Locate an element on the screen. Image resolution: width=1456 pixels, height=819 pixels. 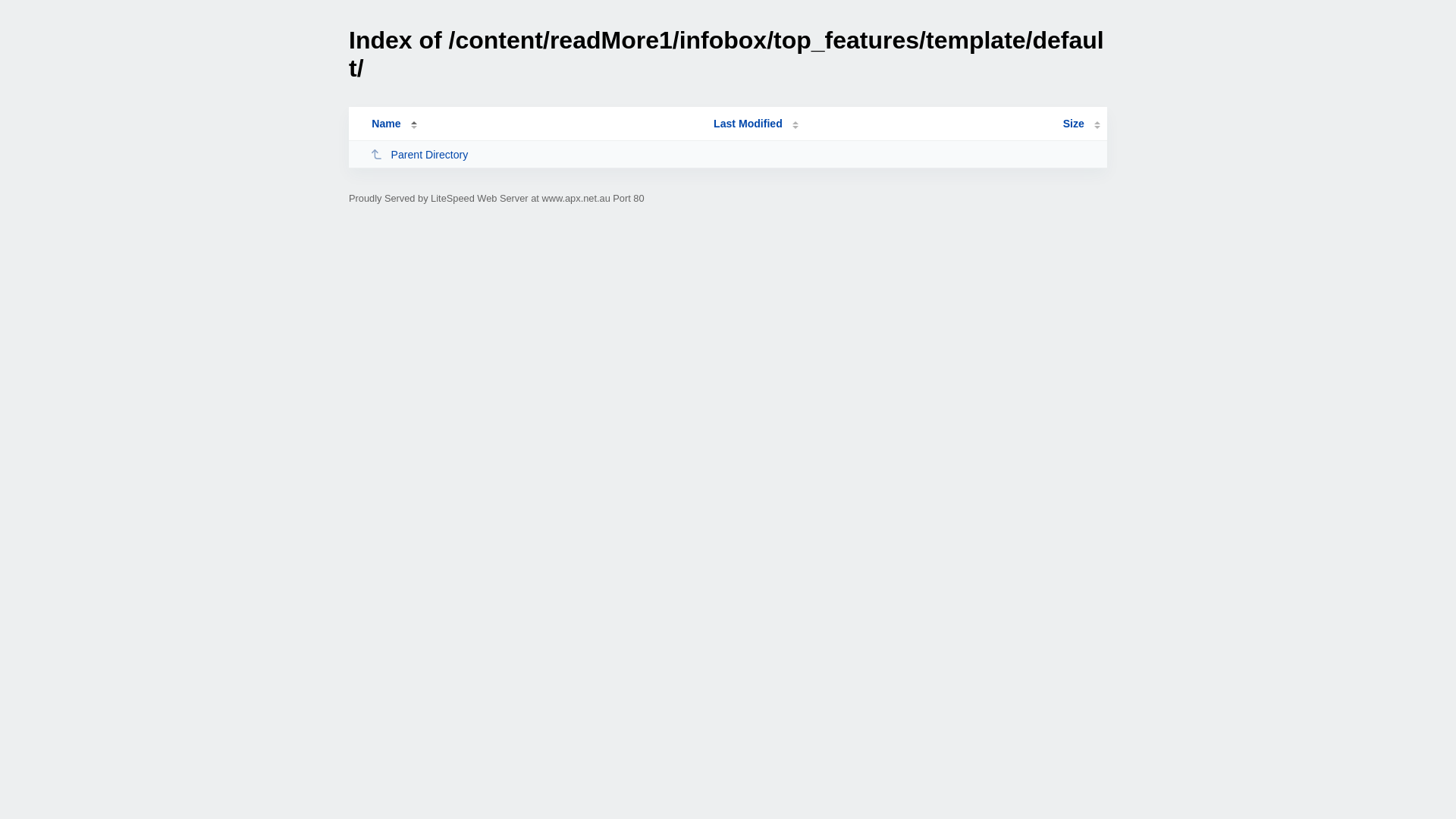
'Size' is located at coordinates (1081, 122).